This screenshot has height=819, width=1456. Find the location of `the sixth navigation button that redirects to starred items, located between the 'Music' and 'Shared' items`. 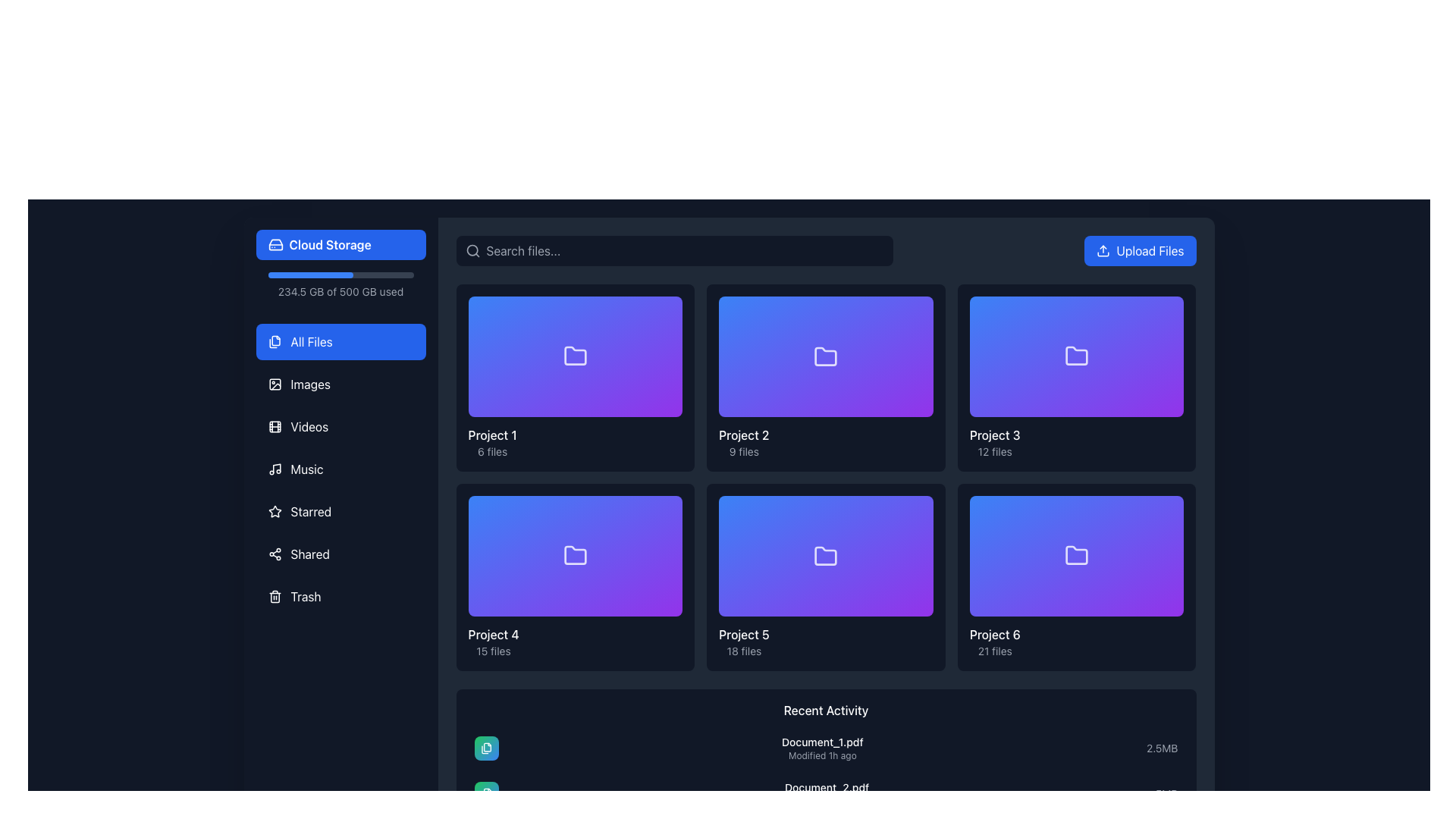

the sixth navigation button that redirects to starred items, located between the 'Music' and 'Shared' items is located at coordinates (340, 512).